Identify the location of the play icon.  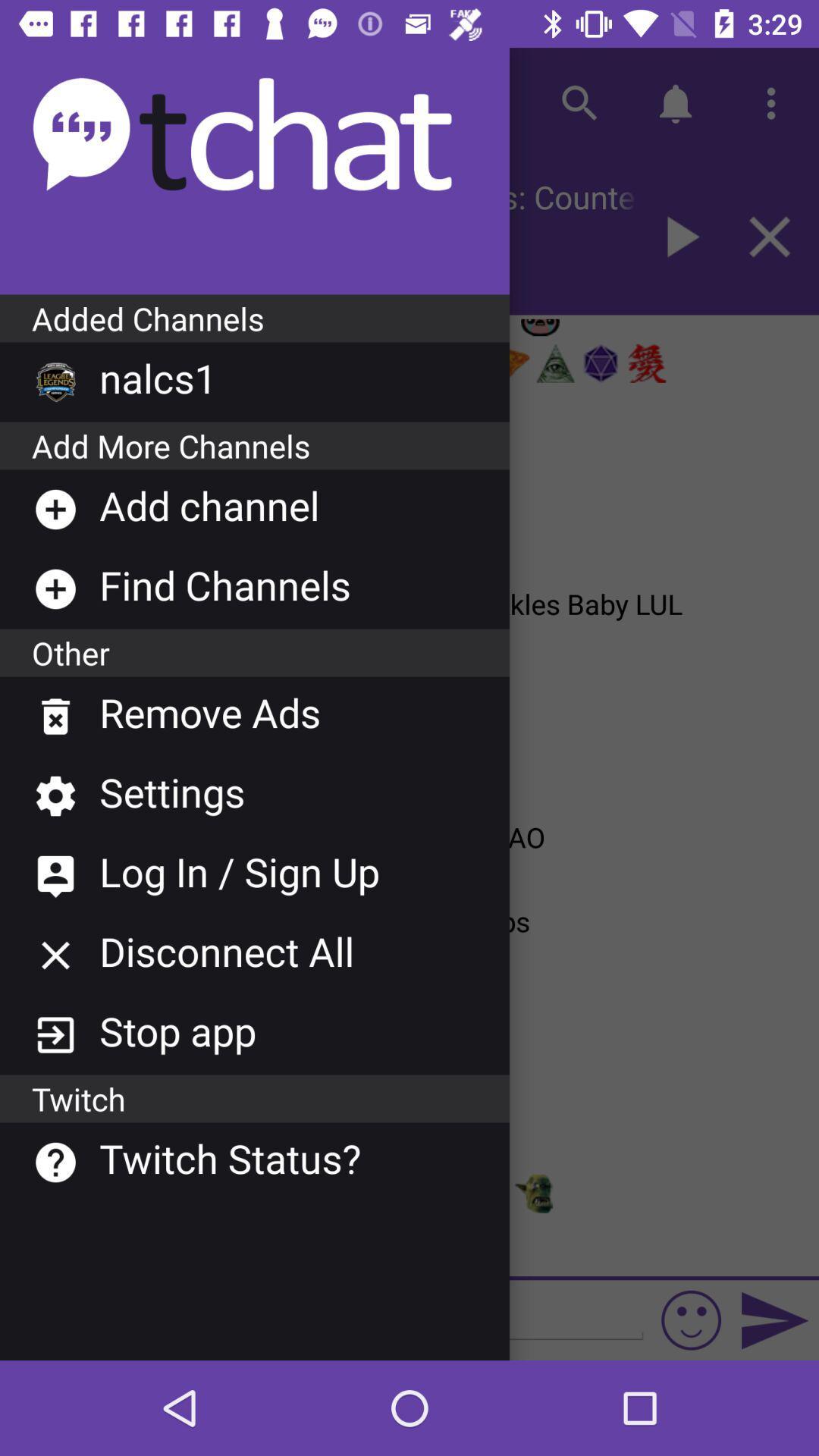
(678, 236).